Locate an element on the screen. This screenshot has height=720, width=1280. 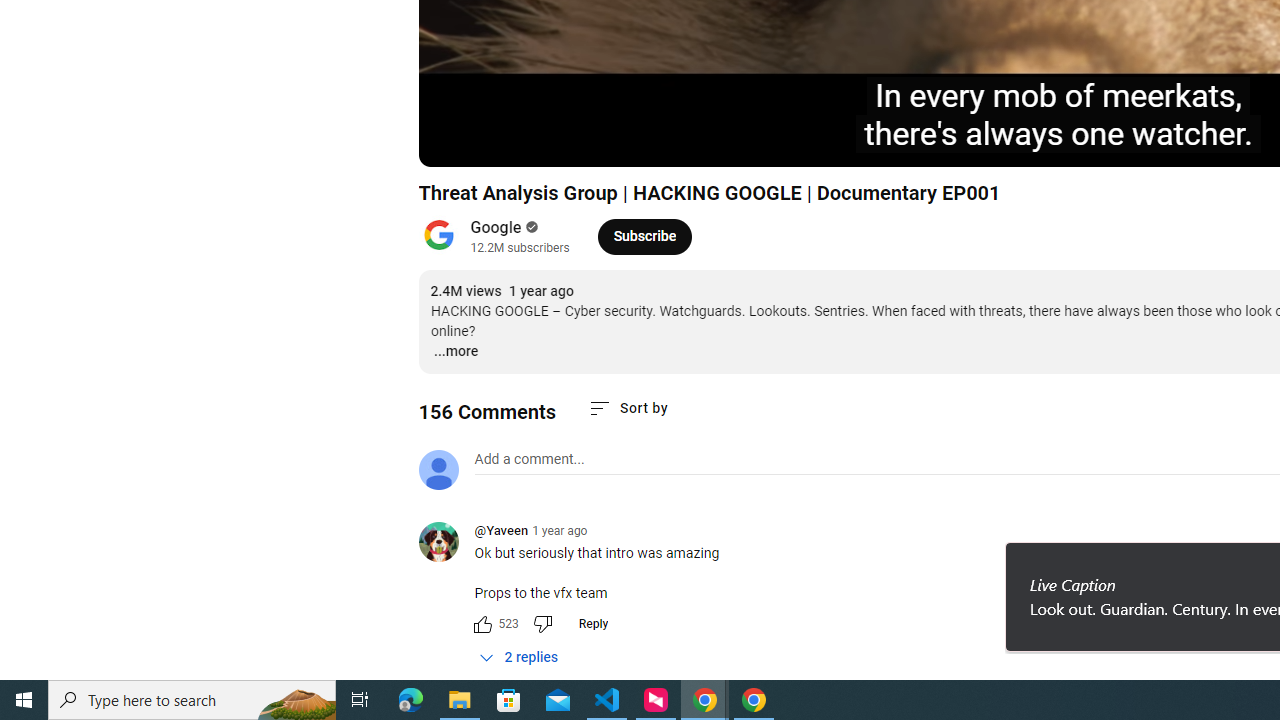
'...more' is located at coordinates (454, 351).